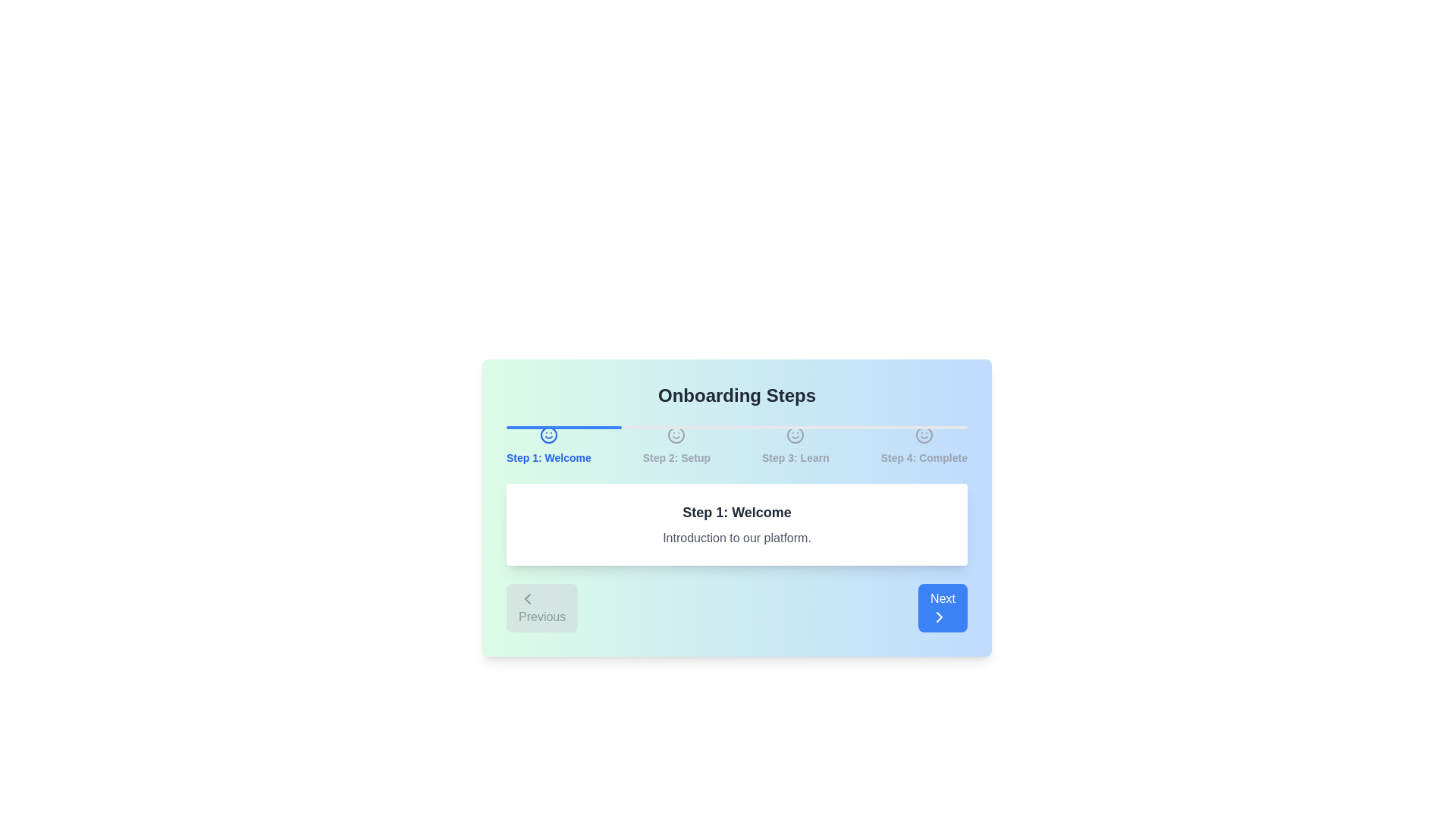 This screenshot has height=819, width=1456. I want to click on the text label displaying 'Step 2: Setup', which is bold and smaller-sized, located below the second onboarding icon in the sequence, so click(676, 457).